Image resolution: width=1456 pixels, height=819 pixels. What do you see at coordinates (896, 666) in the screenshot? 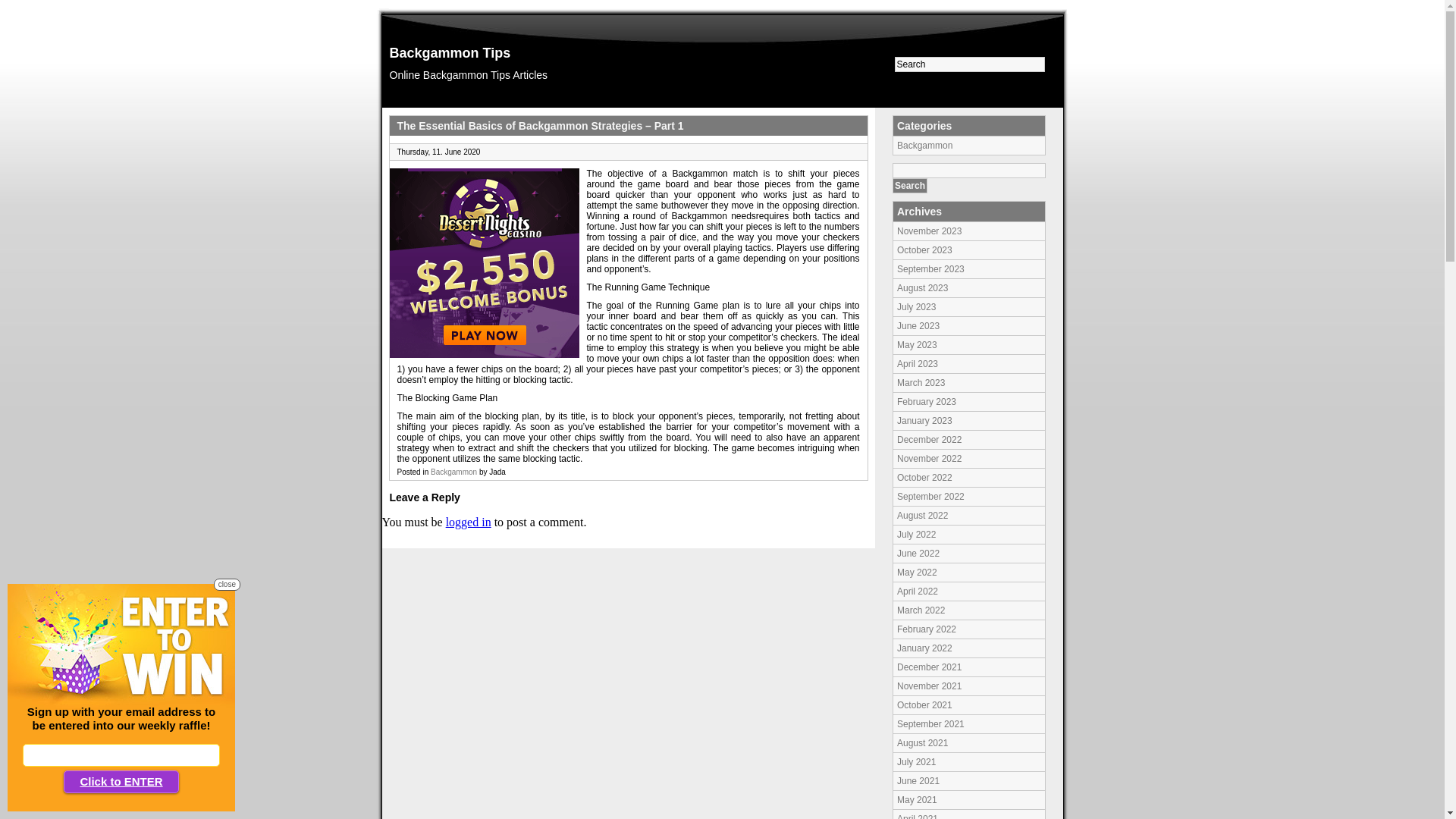
I see `'December 2021'` at bounding box center [896, 666].